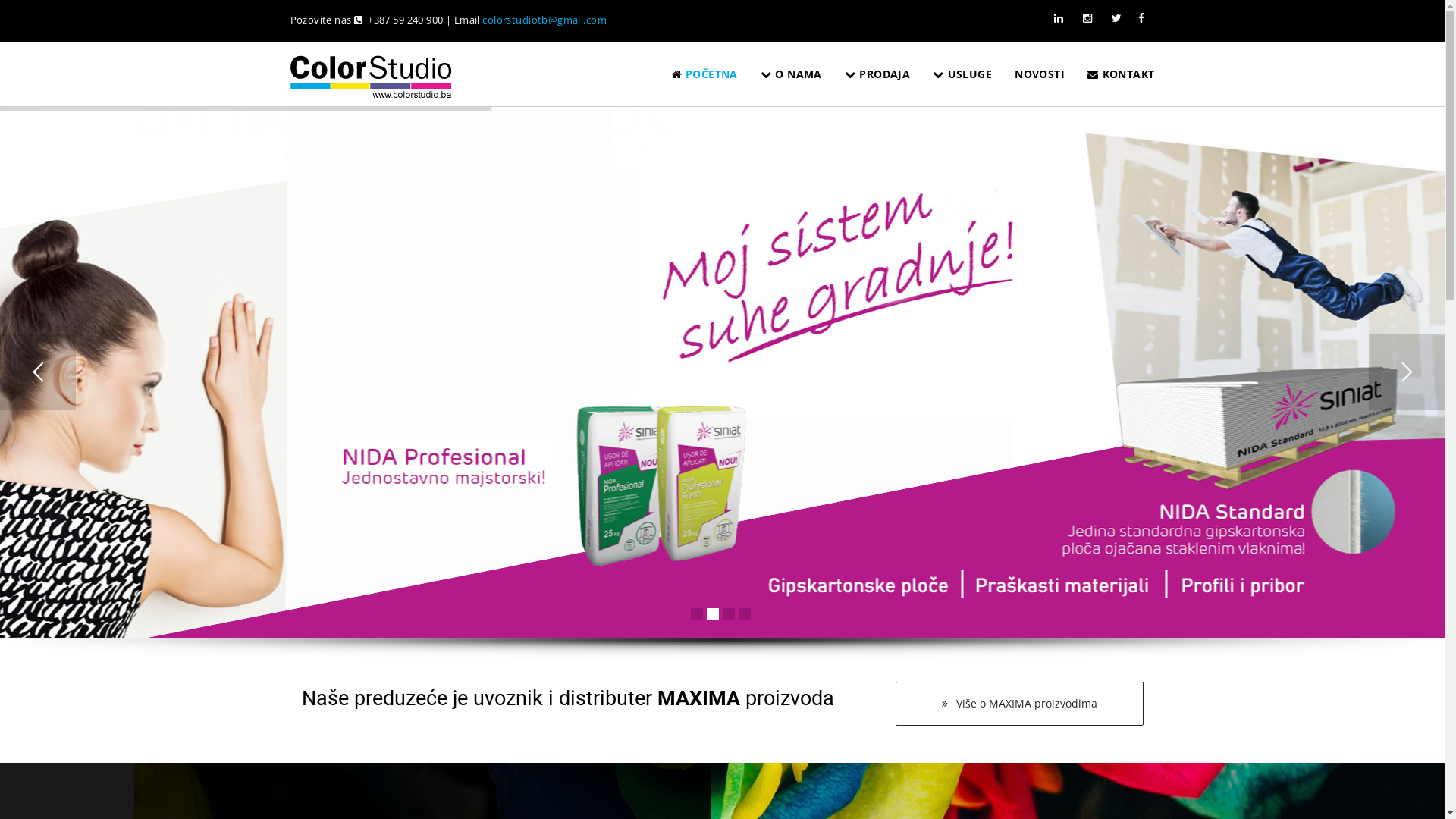  What do you see at coordinates (877, 74) in the screenshot?
I see `'PRODAJA'` at bounding box center [877, 74].